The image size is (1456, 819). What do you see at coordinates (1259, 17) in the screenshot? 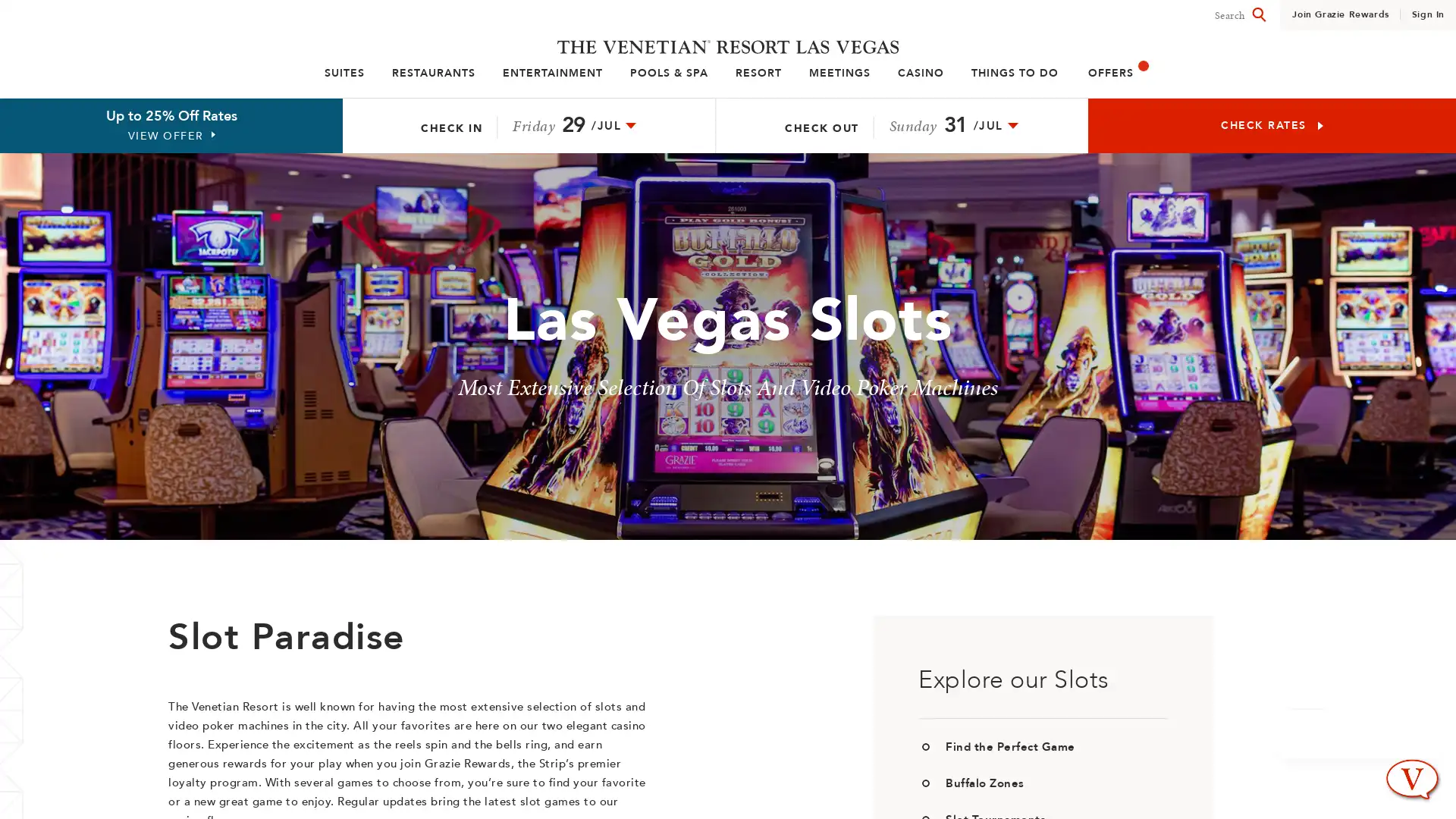
I see `Search` at bounding box center [1259, 17].